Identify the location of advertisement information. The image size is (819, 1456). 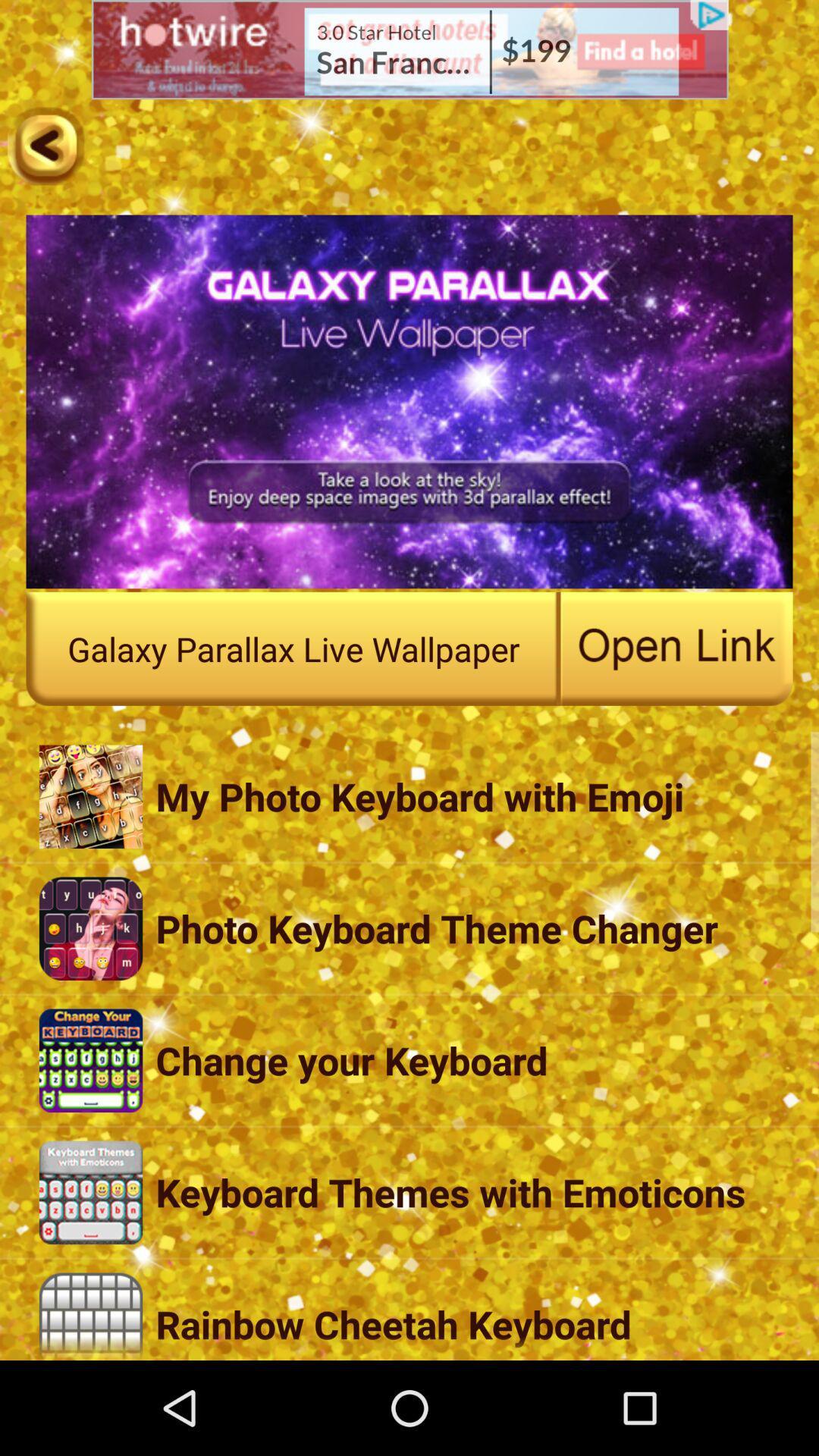
(409, 49).